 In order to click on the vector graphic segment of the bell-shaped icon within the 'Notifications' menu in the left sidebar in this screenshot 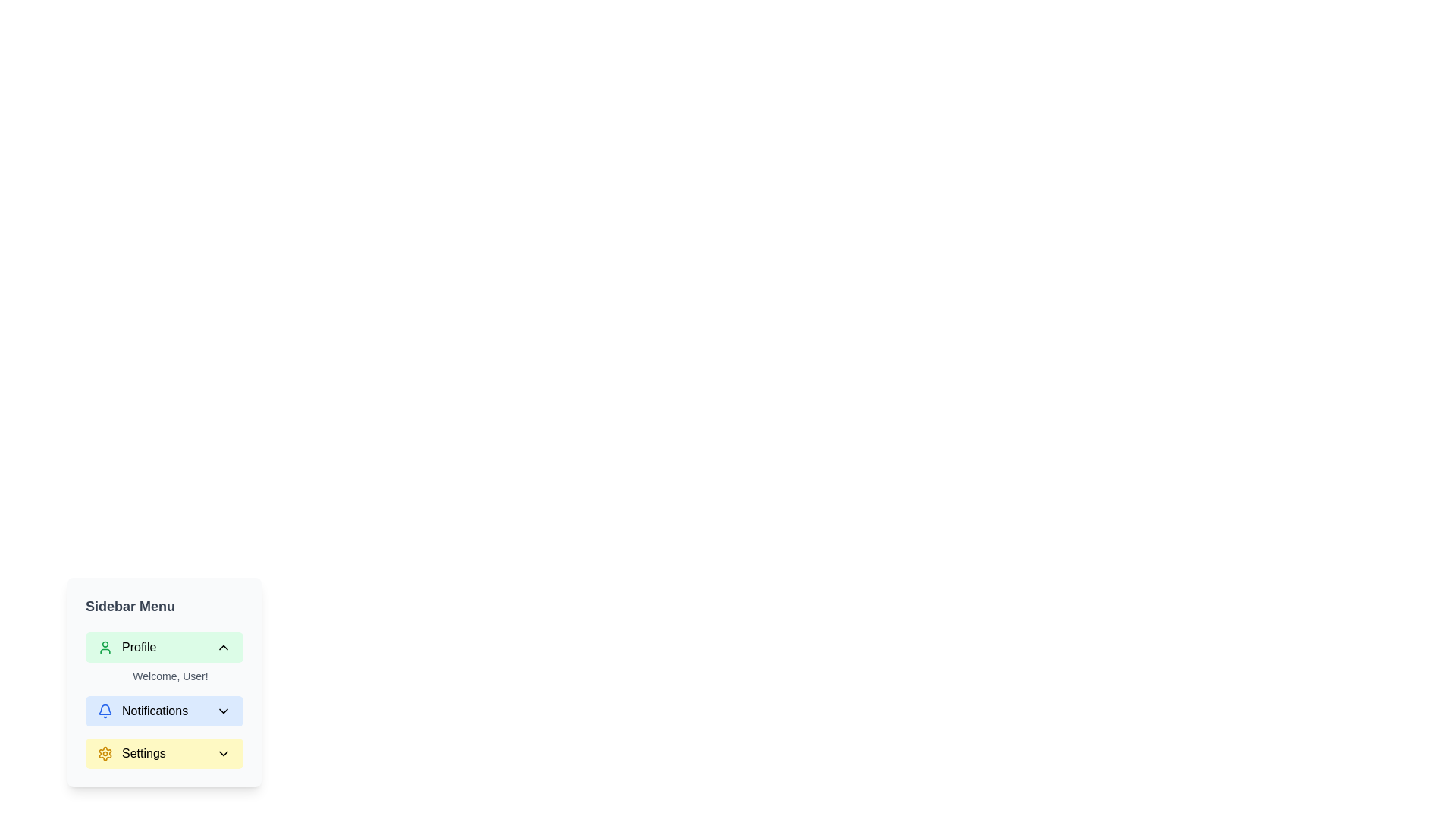, I will do `click(105, 709)`.